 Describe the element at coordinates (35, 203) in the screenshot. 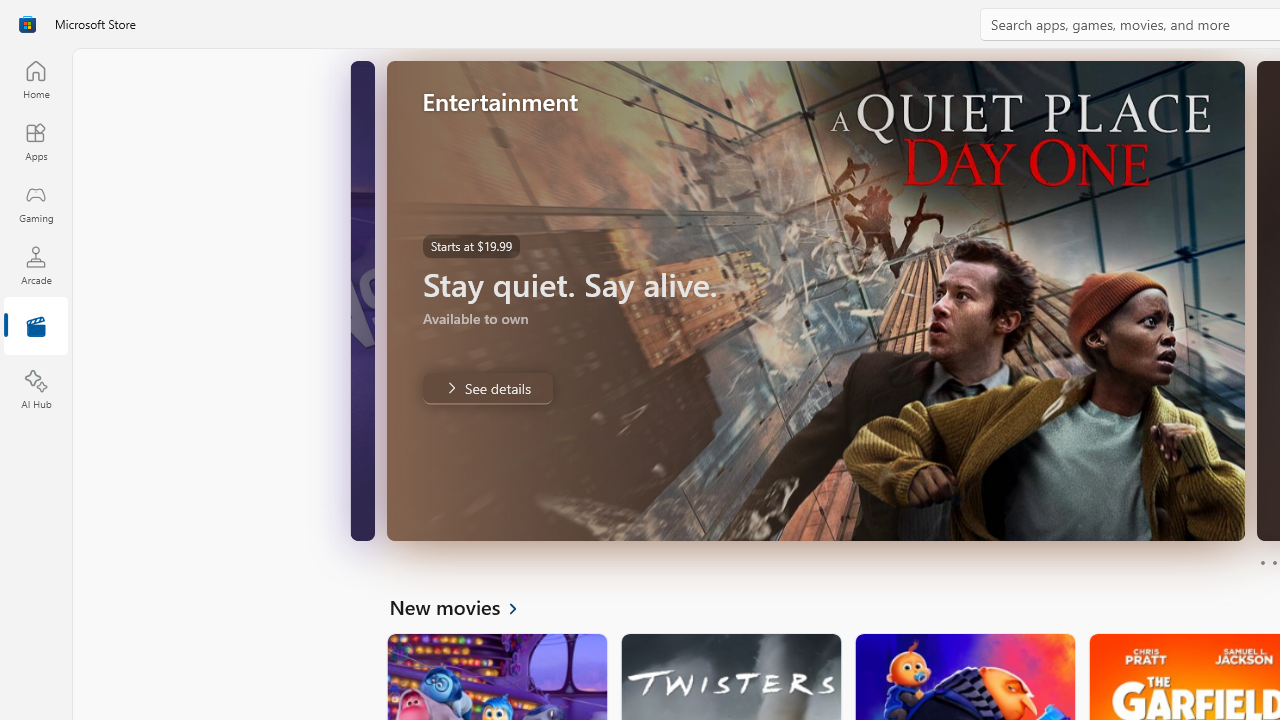

I see `'Gaming'` at that location.